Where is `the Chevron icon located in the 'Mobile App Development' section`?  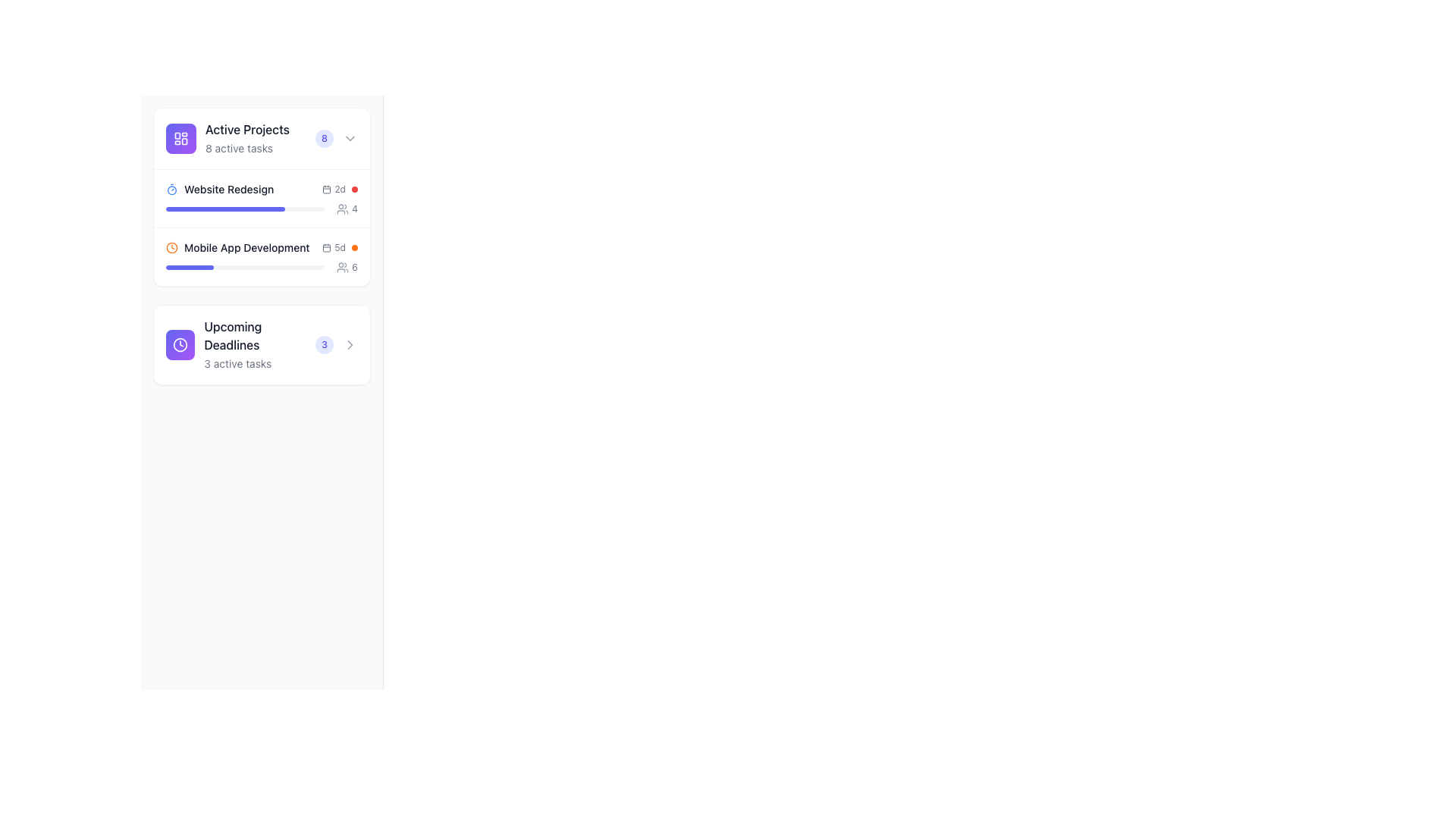
the Chevron icon located in the 'Mobile App Development' section is located at coordinates (349, 345).